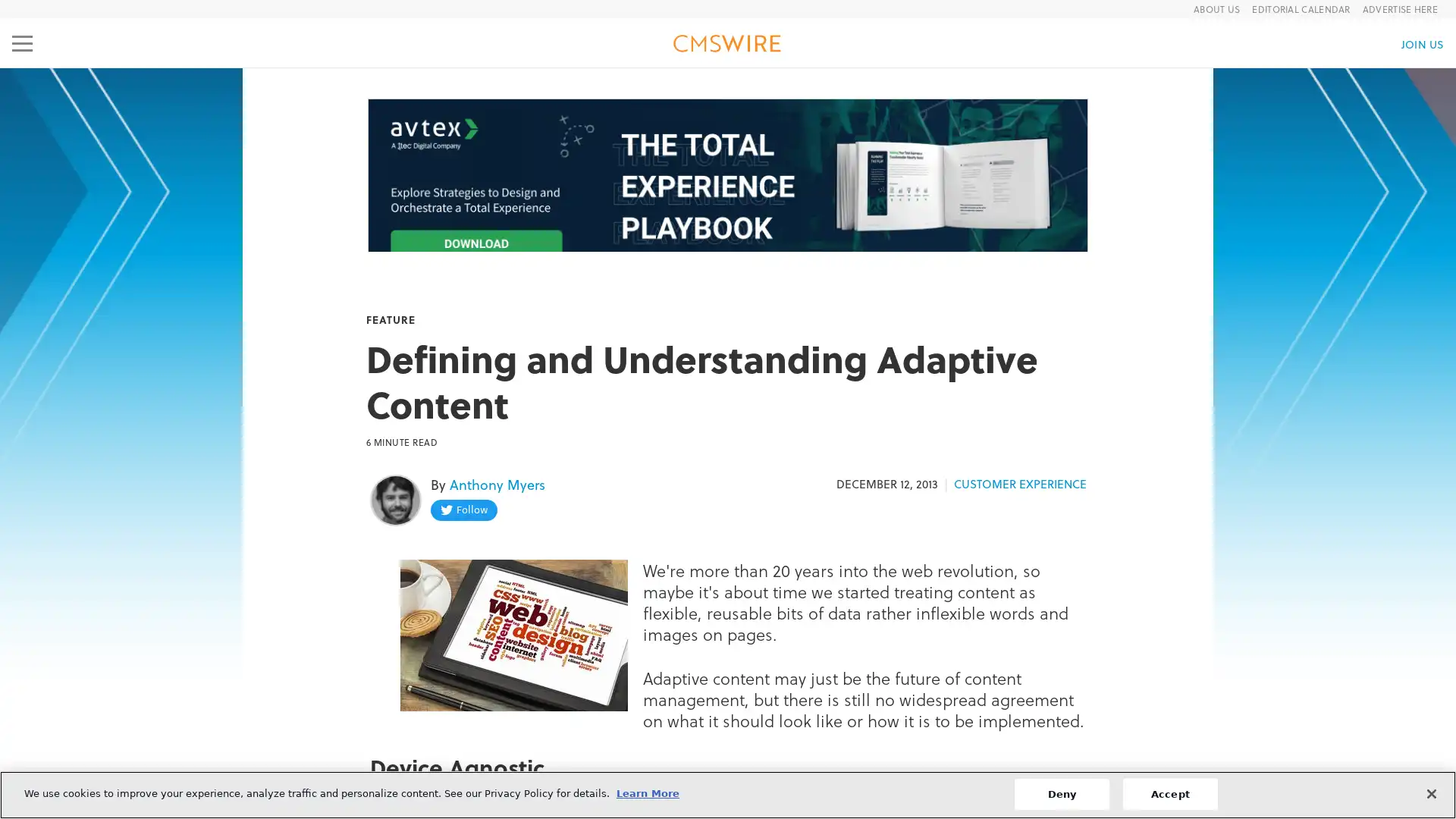 This screenshot has width=1456, height=819. Describe the element at coordinates (22, 42) in the screenshot. I see `Open main menu` at that location.